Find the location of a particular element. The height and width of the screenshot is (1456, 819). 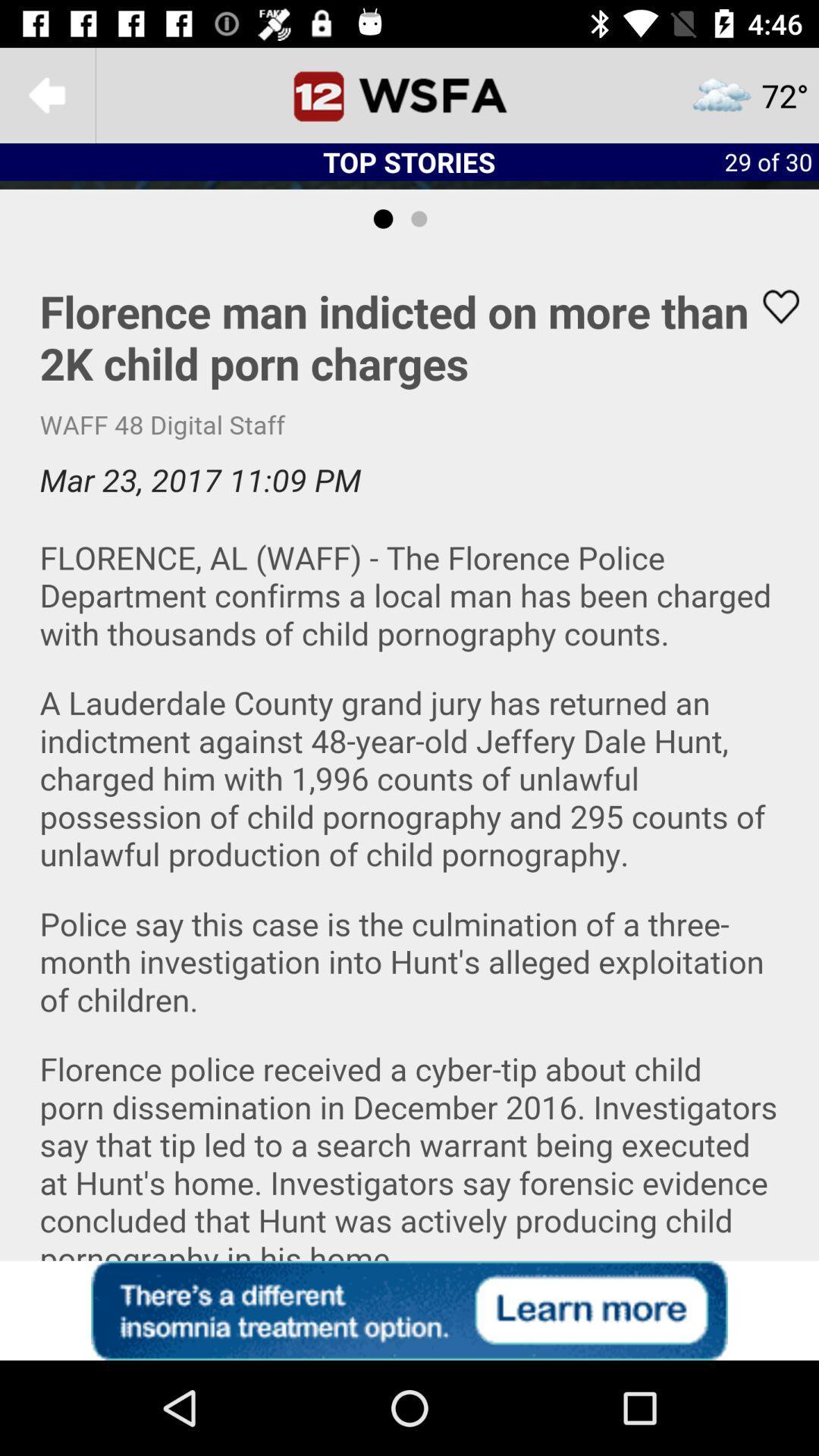

the star icon is located at coordinates (749, 94).